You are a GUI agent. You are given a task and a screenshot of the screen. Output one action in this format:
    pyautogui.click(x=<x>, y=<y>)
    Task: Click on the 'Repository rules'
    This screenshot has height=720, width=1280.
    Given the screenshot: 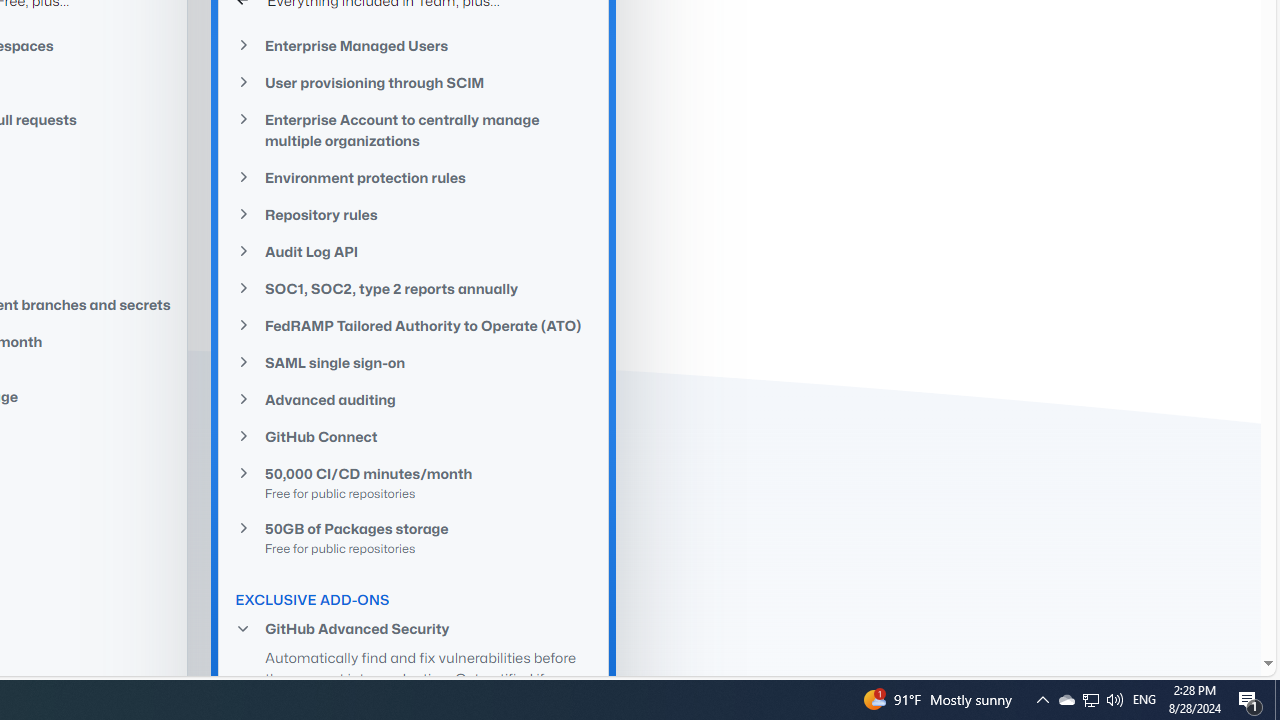 What is the action you would take?
    pyautogui.click(x=413, y=214)
    